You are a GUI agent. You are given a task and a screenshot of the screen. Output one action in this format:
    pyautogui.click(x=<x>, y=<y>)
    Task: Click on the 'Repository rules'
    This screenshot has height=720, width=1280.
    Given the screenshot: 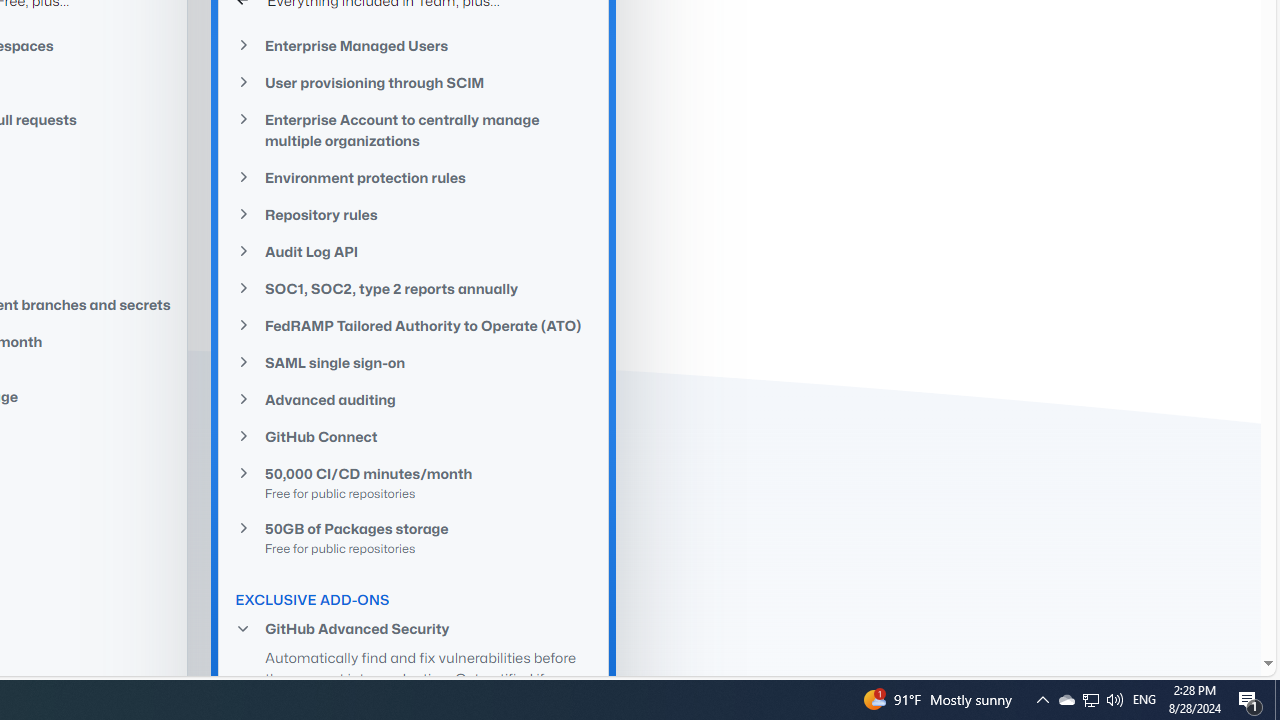 What is the action you would take?
    pyautogui.click(x=413, y=214)
    